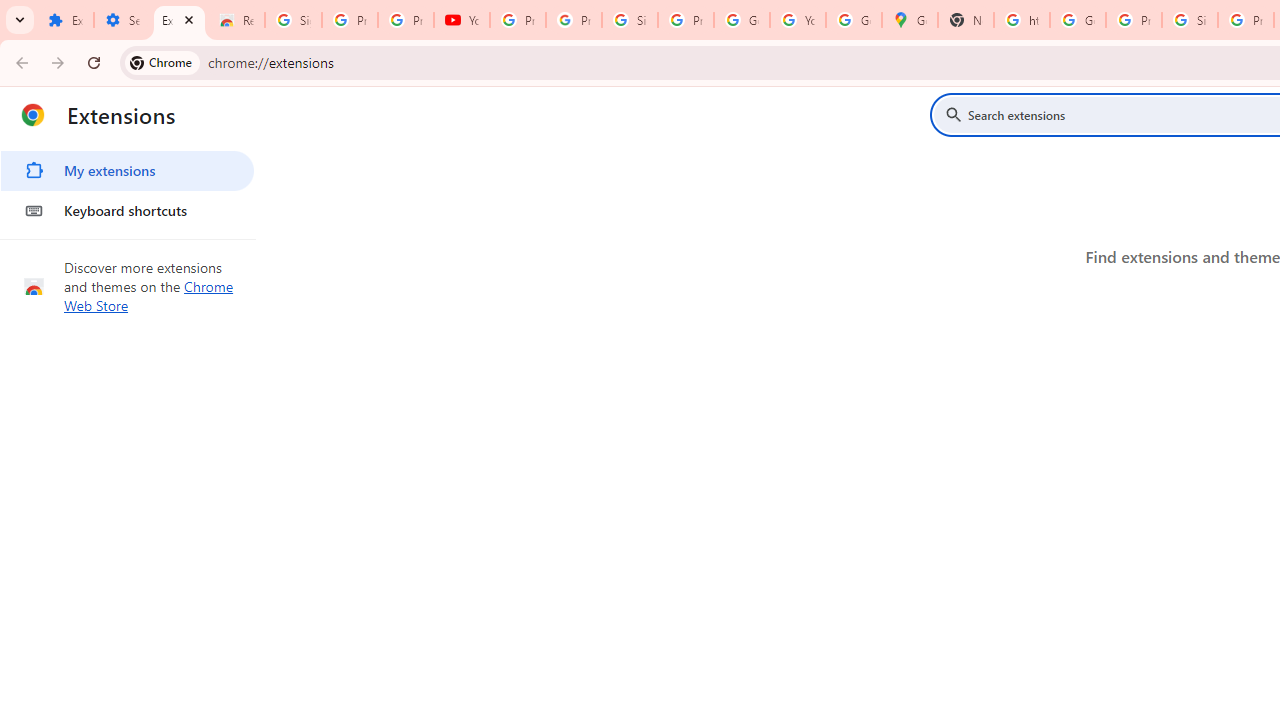 The image size is (1280, 720). What do you see at coordinates (126, 170) in the screenshot?
I see `'My extensions'` at bounding box center [126, 170].